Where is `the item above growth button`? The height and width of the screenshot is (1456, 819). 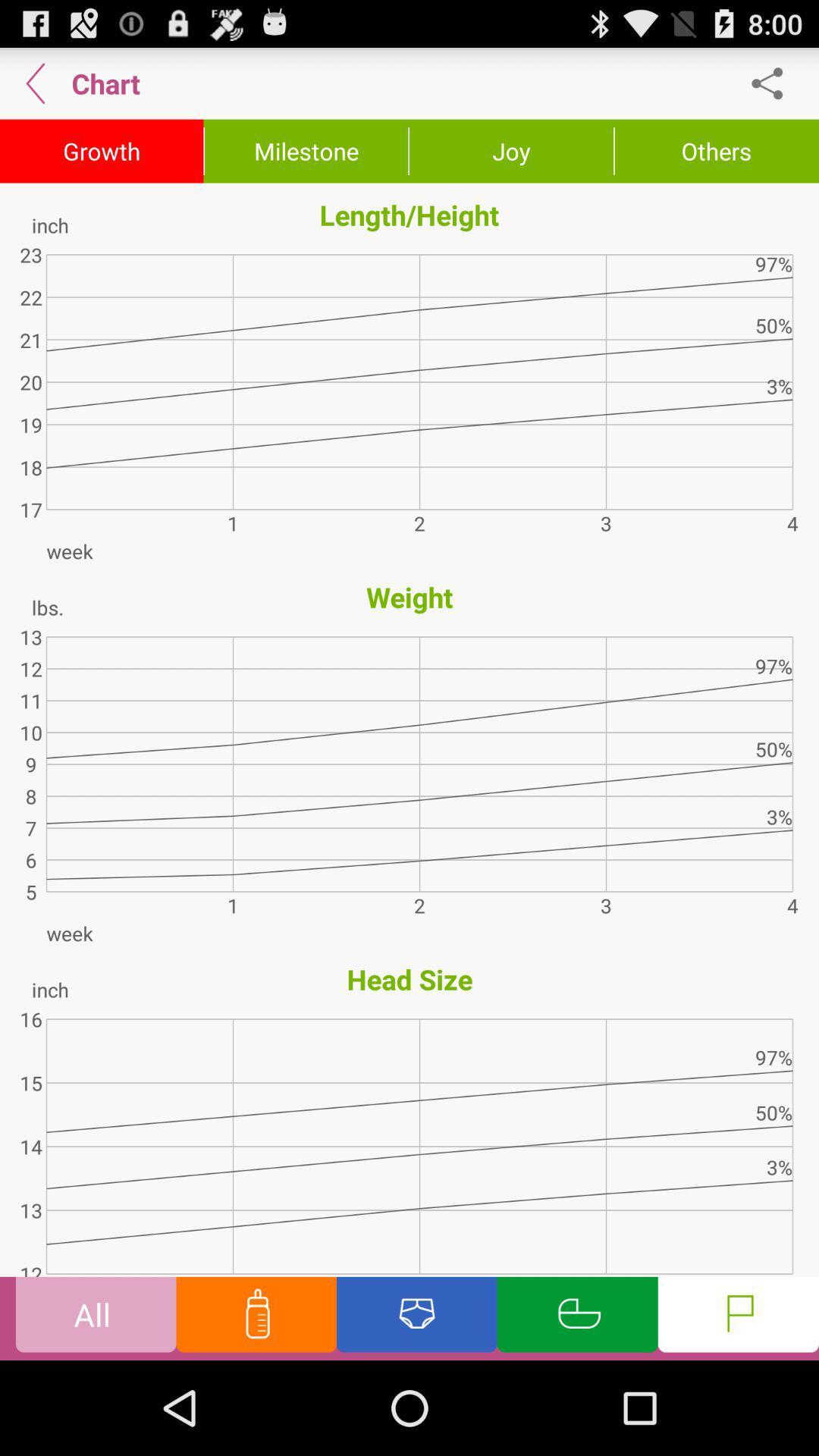 the item above growth button is located at coordinates (35, 83).